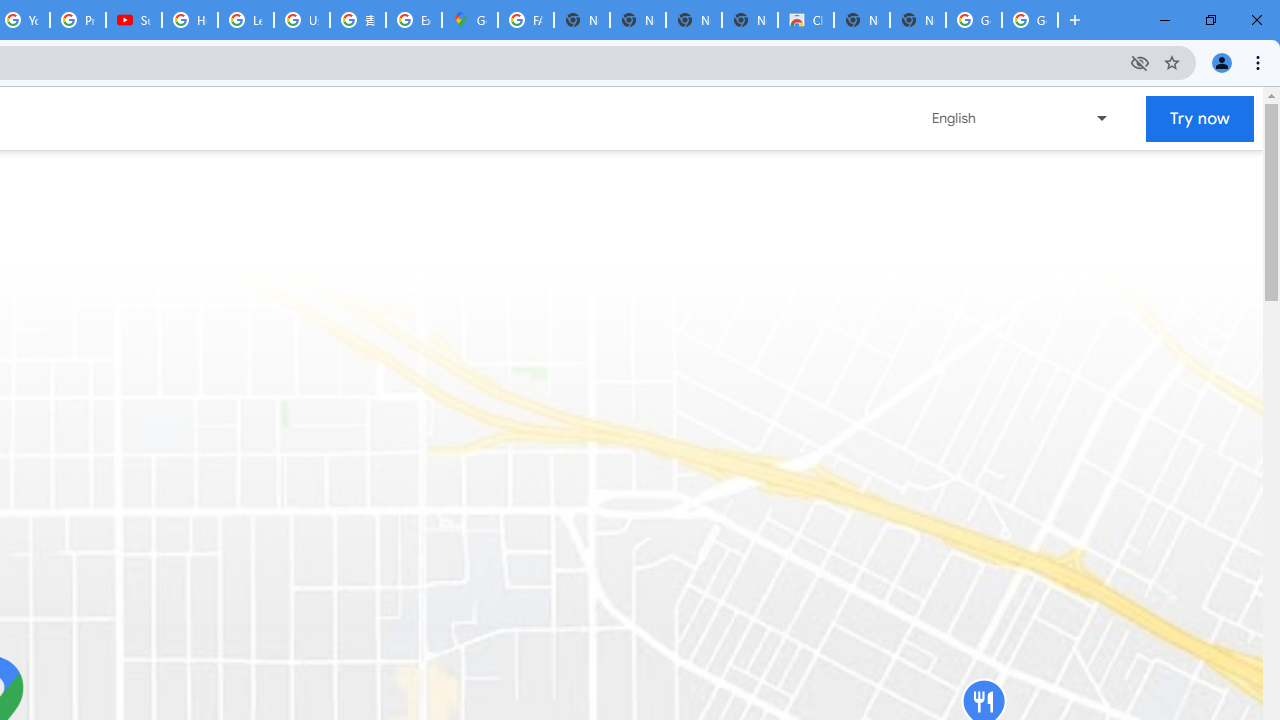  I want to click on 'New Tab', so click(916, 20).